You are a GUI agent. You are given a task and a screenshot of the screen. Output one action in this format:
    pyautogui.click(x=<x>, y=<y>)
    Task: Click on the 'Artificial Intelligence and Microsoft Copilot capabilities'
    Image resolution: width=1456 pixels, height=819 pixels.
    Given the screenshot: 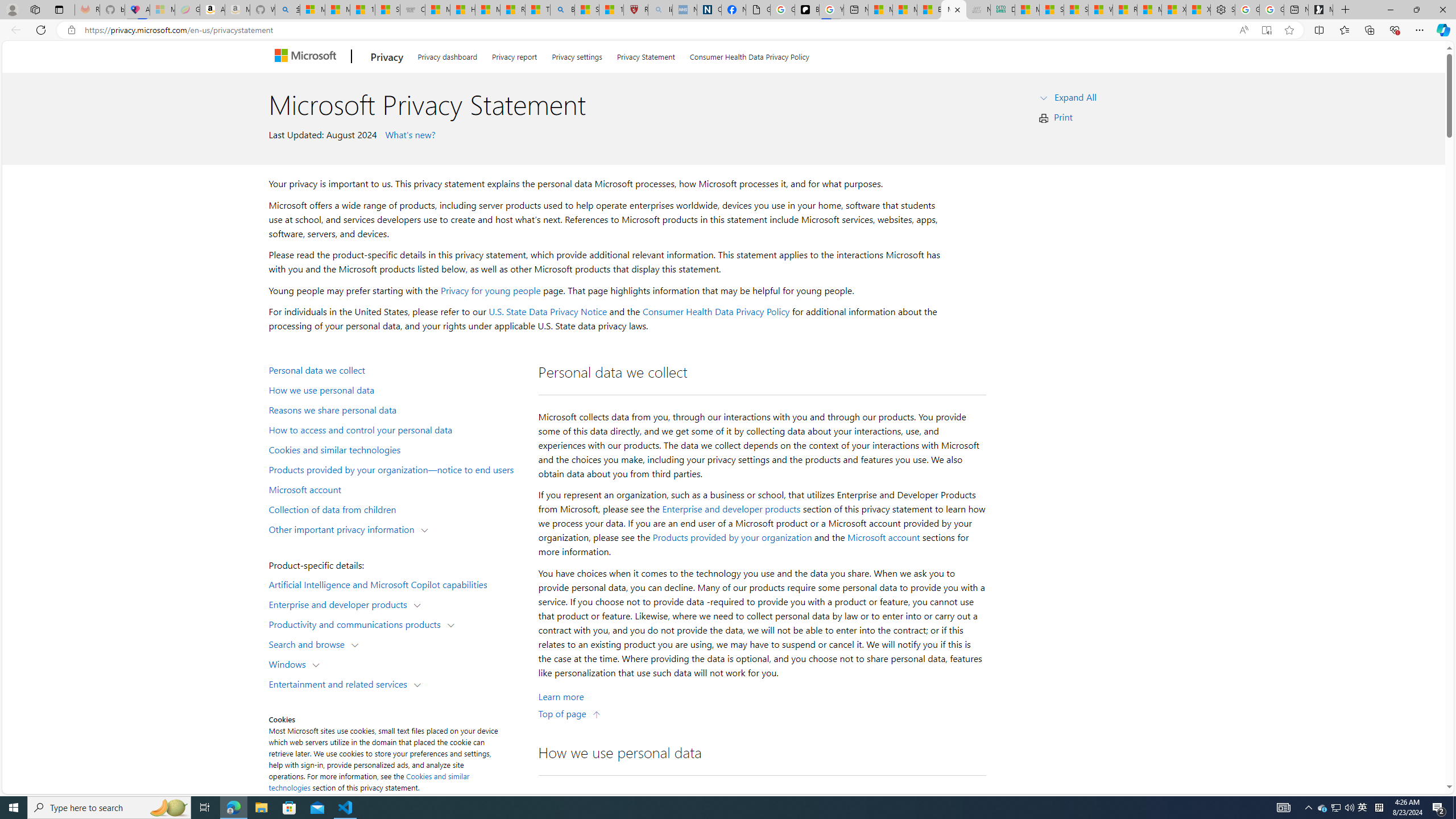 What is the action you would take?
    pyautogui.click(x=396, y=584)
    